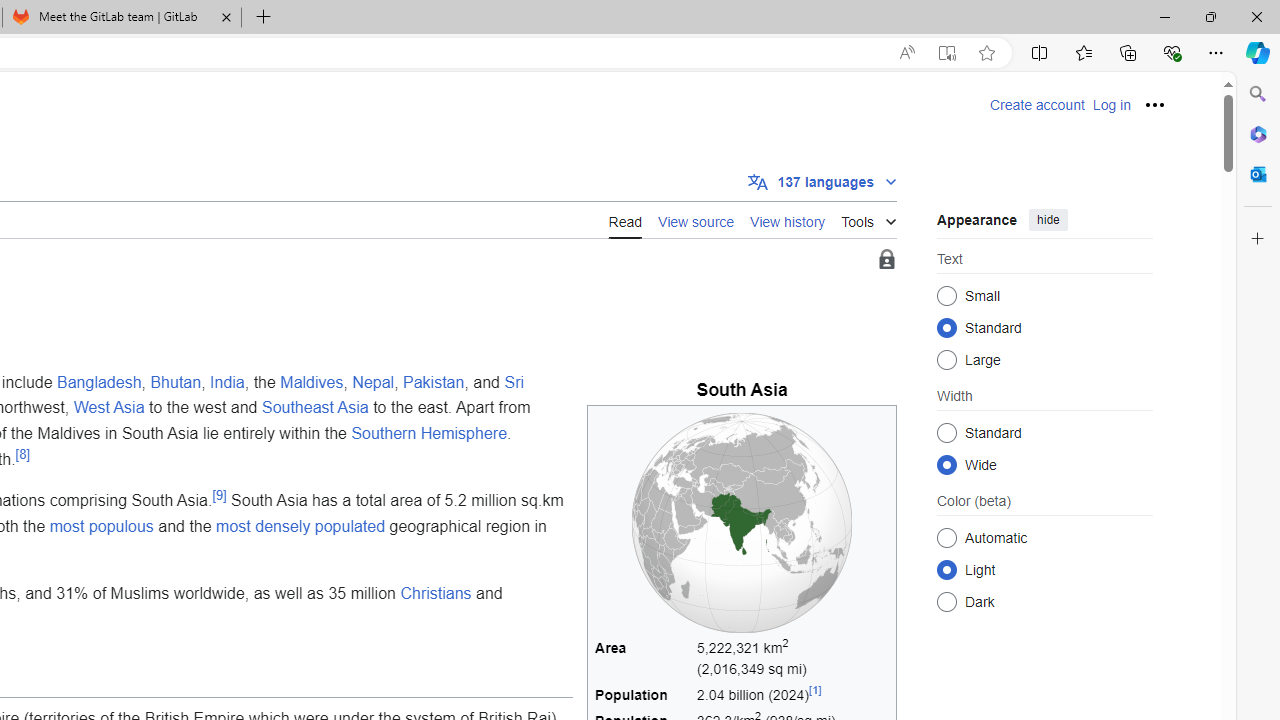  What do you see at coordinates (176, 381) in the screenshot?
I see `'Bhutan'` at bounding box center [176, 381].